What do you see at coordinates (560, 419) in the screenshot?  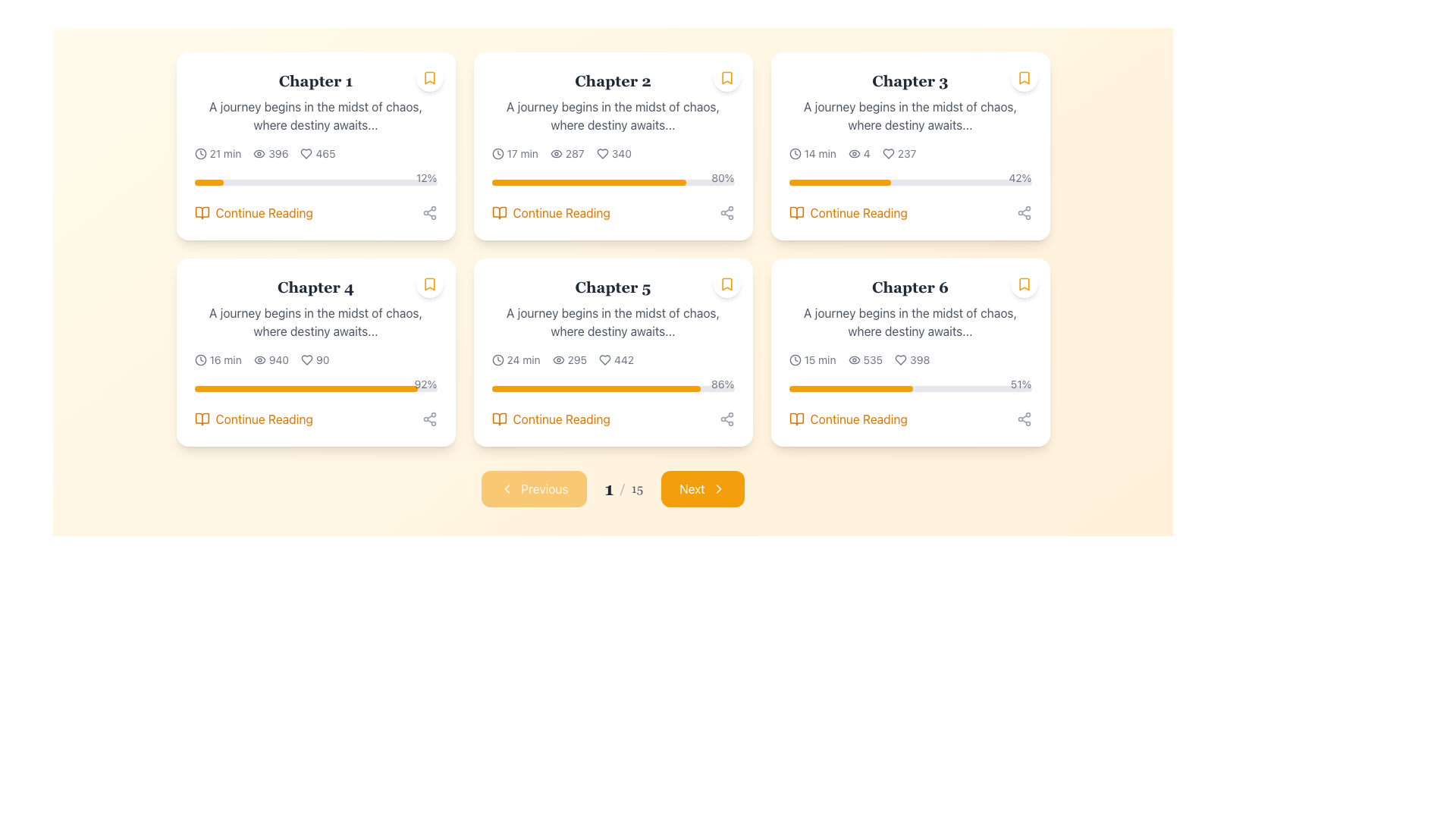 I see `the call-to-action link/button located at the bottom left of the card displaying 'Chapter 5'` at bounding box center [560, 419].